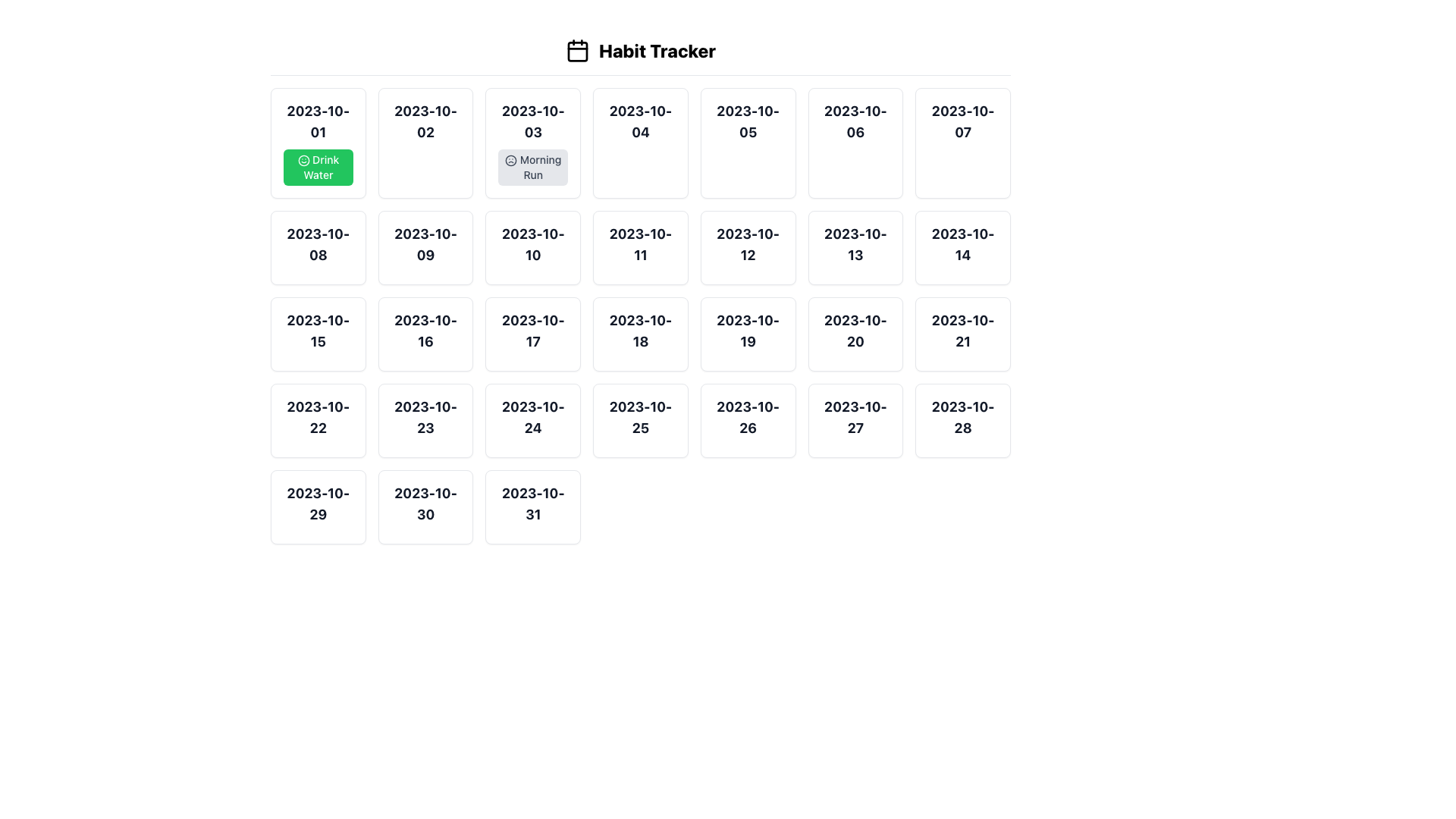 The height and width of the screenshot is (819, 1456). I want to click on the small circular smiley face icon located inside the green 'Drink Water' button positioned under the date '2023-10-01' in the calendar grid, so click(303, 161).